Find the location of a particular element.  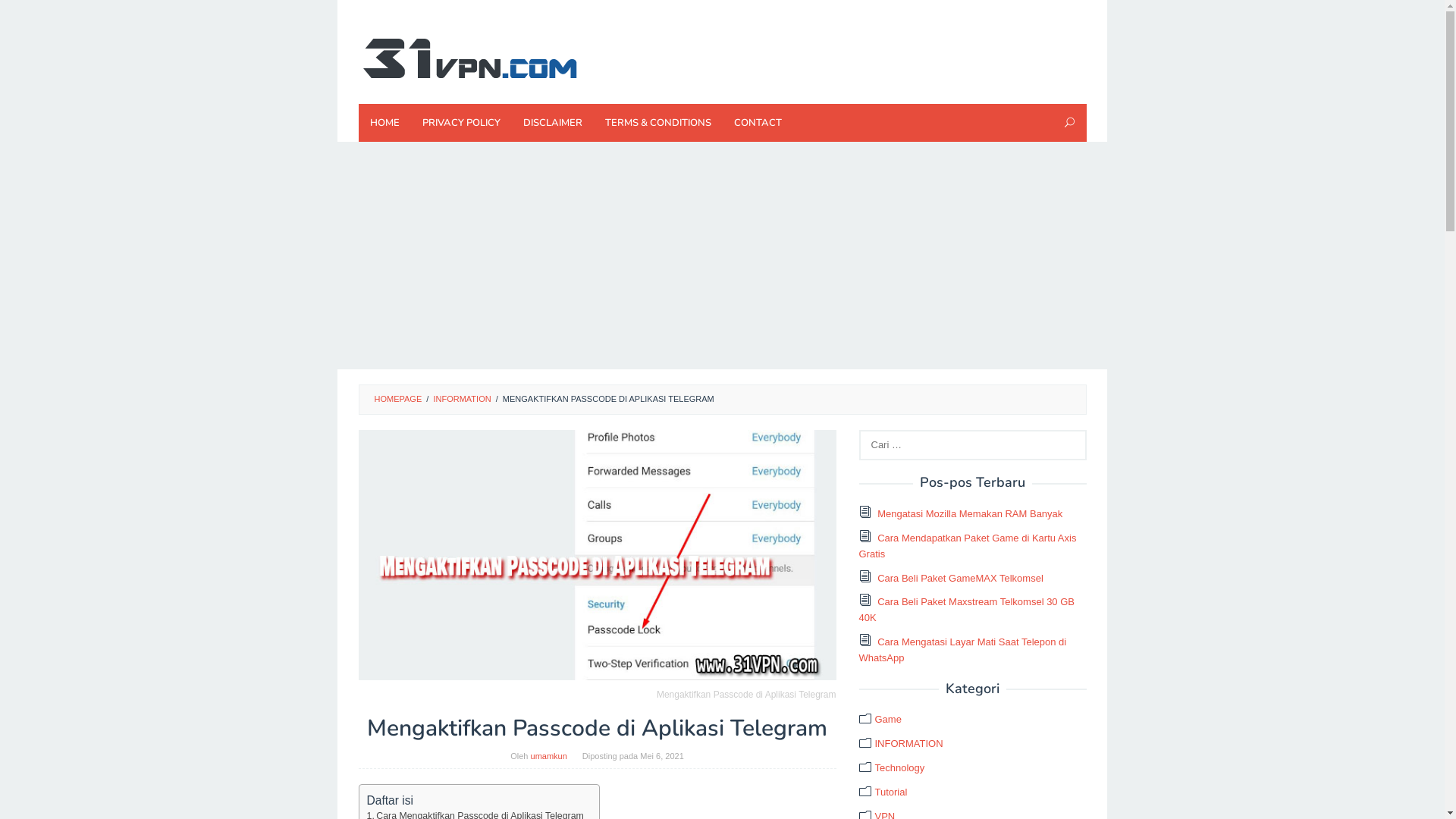

'INFORMATION' is located at coordinates (909, 742).